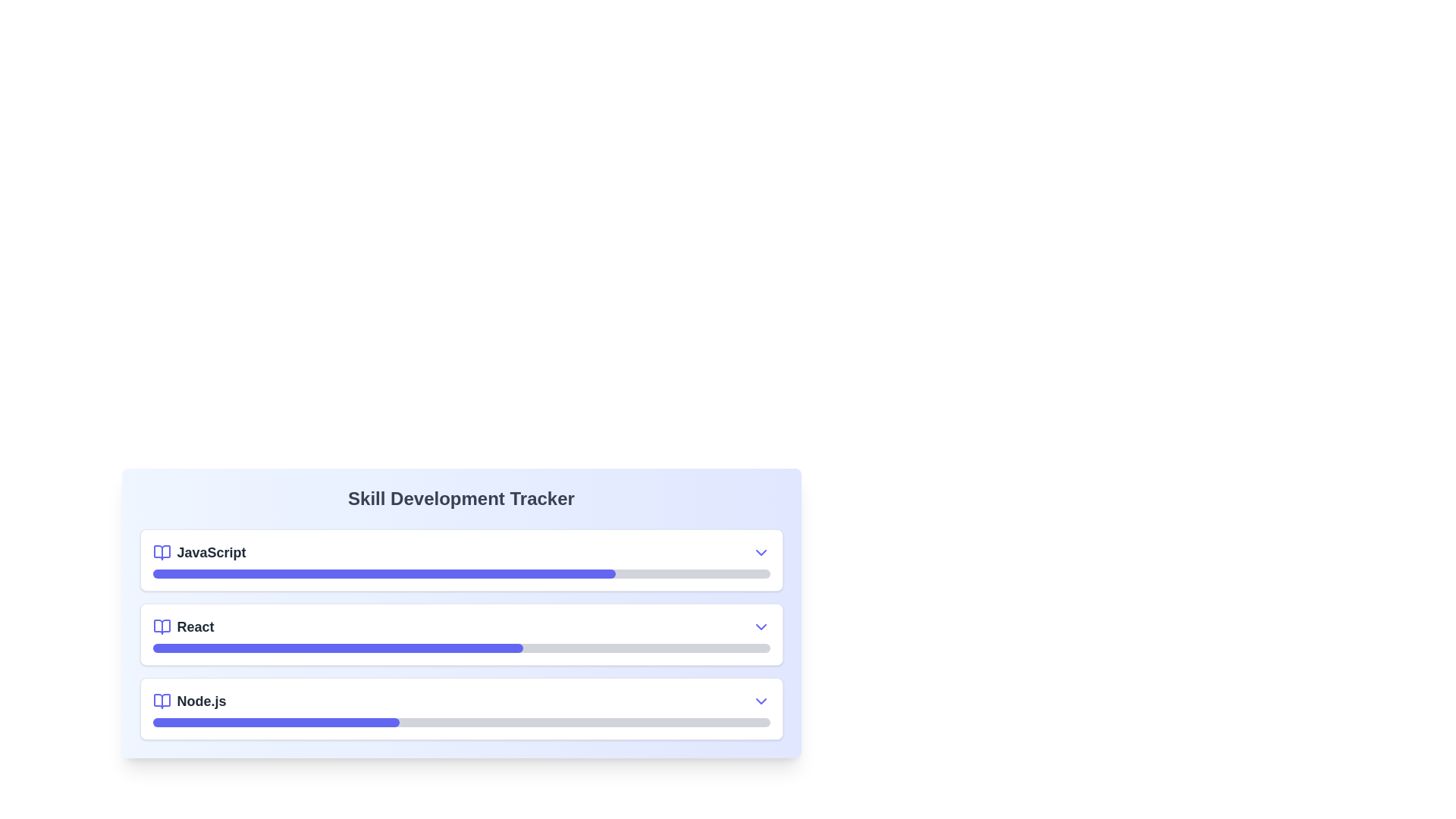  I want to click on the middle row of the Progress bar labeled 'React' in the 'Skill Development Tracker' card, which includes a dropdown trigger, so click(460, 635).